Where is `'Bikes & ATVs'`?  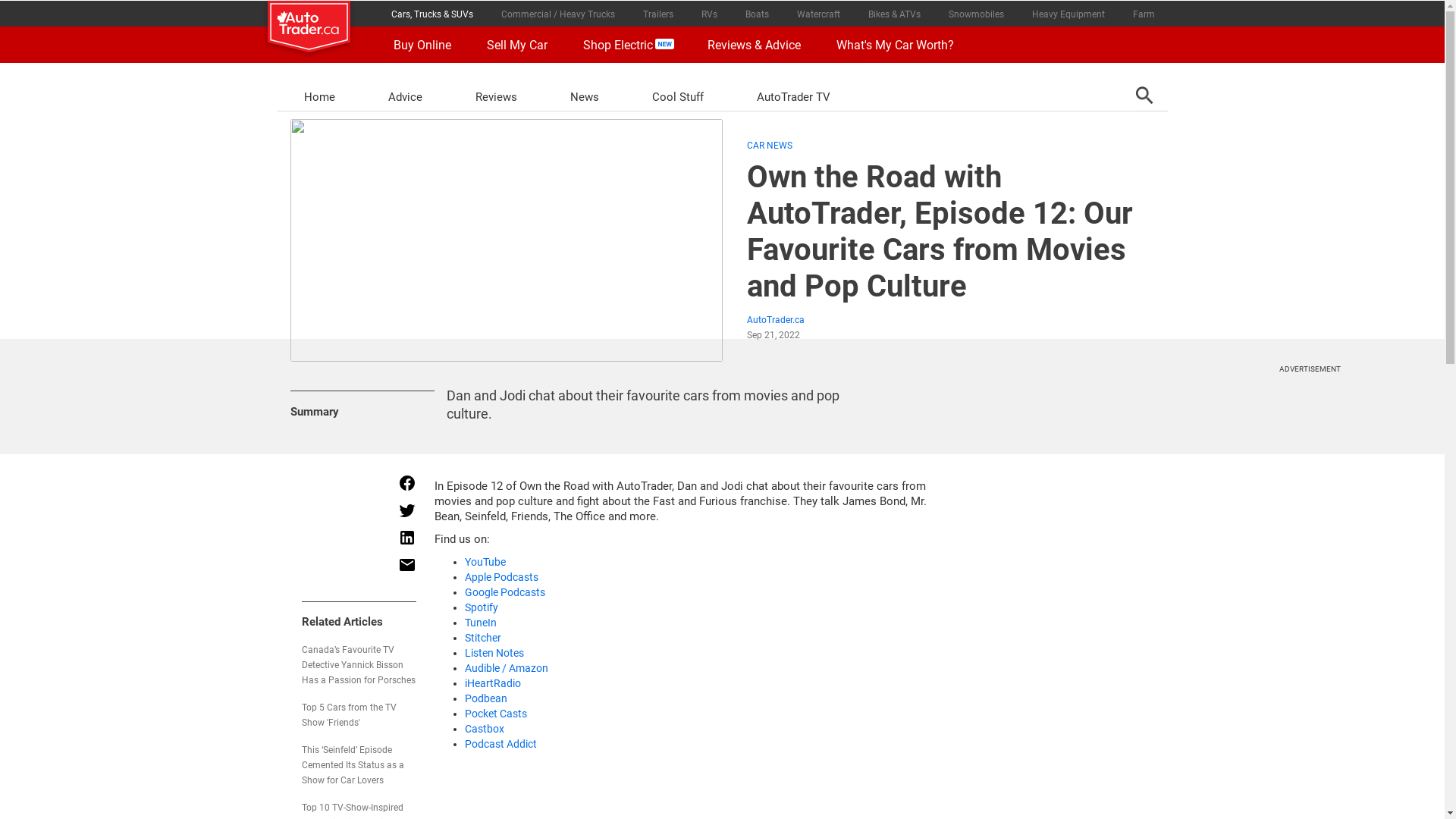
'Bikes & ATVs' is located at coordinates (894, 14).